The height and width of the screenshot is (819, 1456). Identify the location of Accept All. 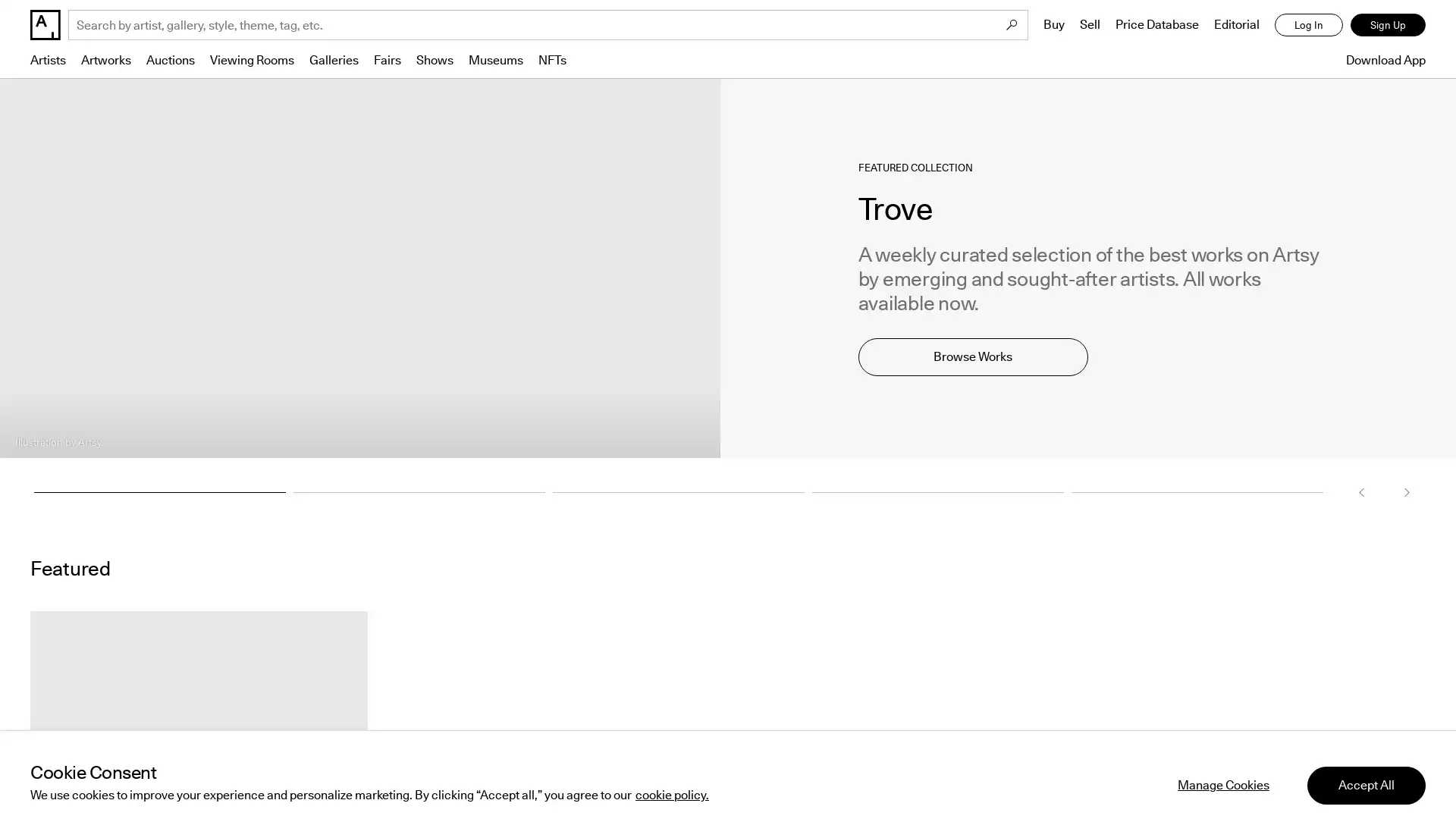
(1366, 769).